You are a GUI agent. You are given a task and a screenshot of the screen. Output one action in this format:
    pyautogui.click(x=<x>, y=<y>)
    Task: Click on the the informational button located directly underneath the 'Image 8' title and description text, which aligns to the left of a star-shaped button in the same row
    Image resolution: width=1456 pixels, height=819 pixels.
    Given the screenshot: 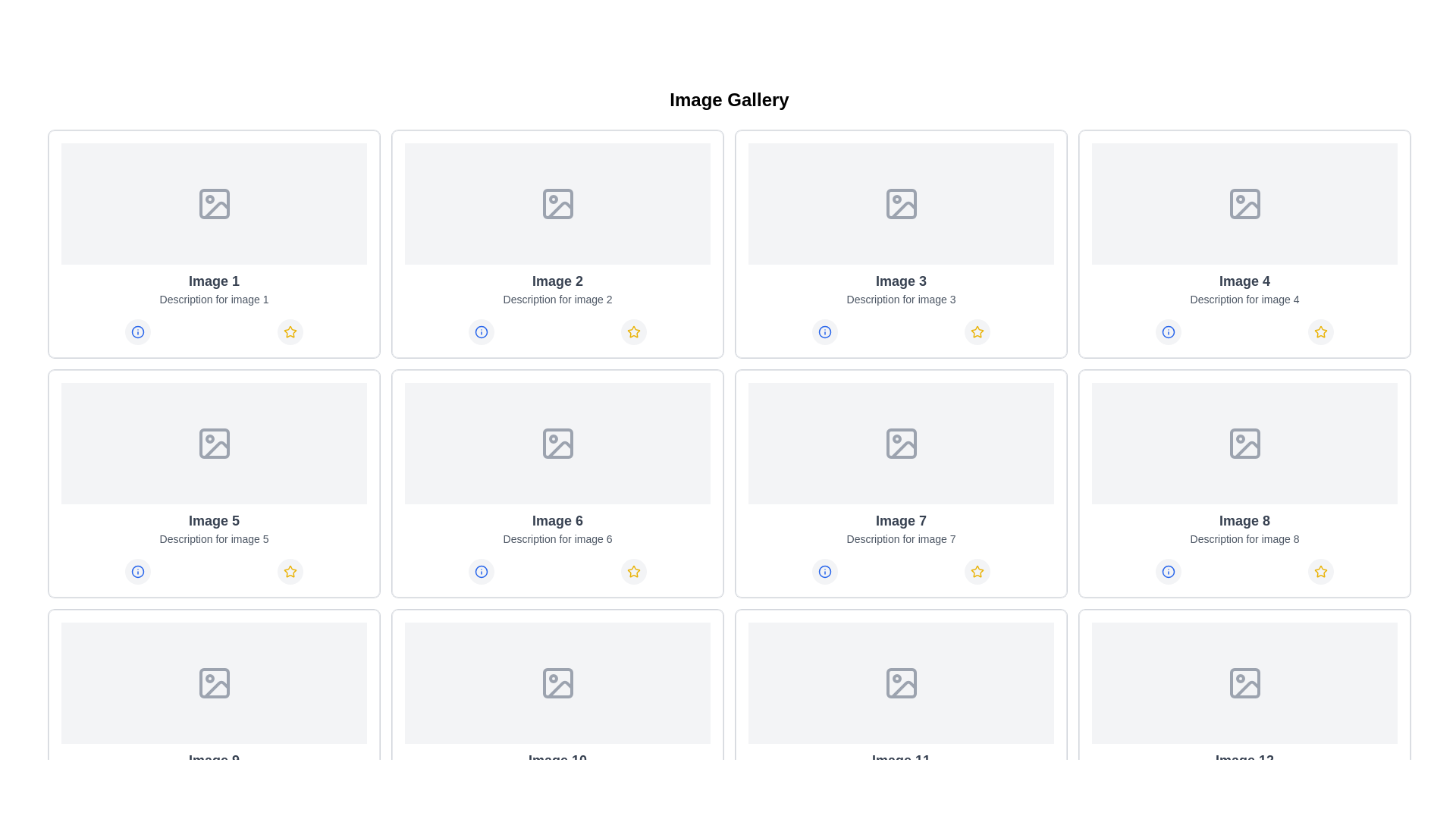 What is the action you would take?
    pyautogui.click(x=1167, y=571)
    